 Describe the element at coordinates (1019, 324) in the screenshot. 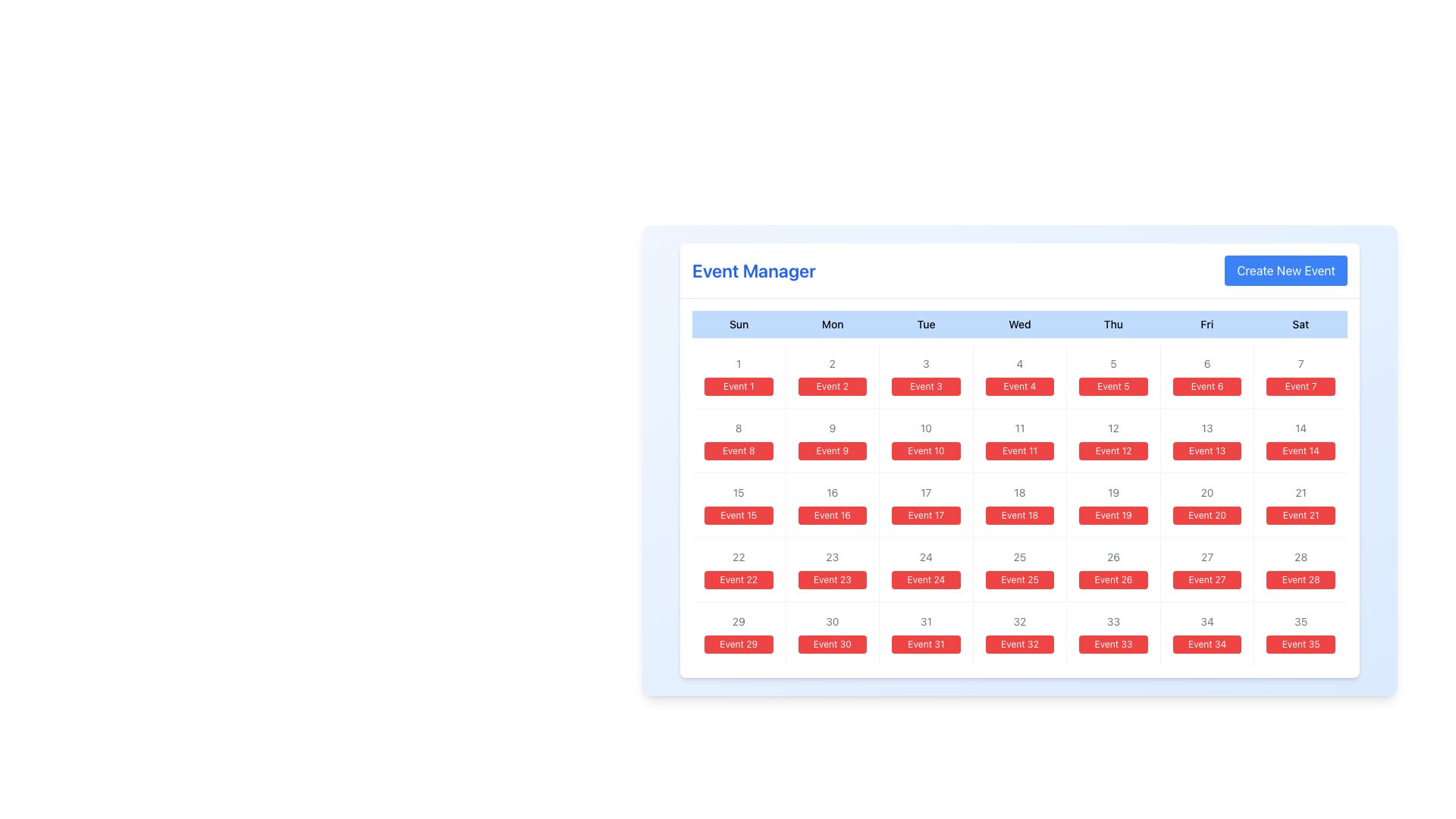

I see `the static text label displaying 'Wed' in black text, which is centered within a light blue rectangular background, located in the header row of a calendar layout` at that location.